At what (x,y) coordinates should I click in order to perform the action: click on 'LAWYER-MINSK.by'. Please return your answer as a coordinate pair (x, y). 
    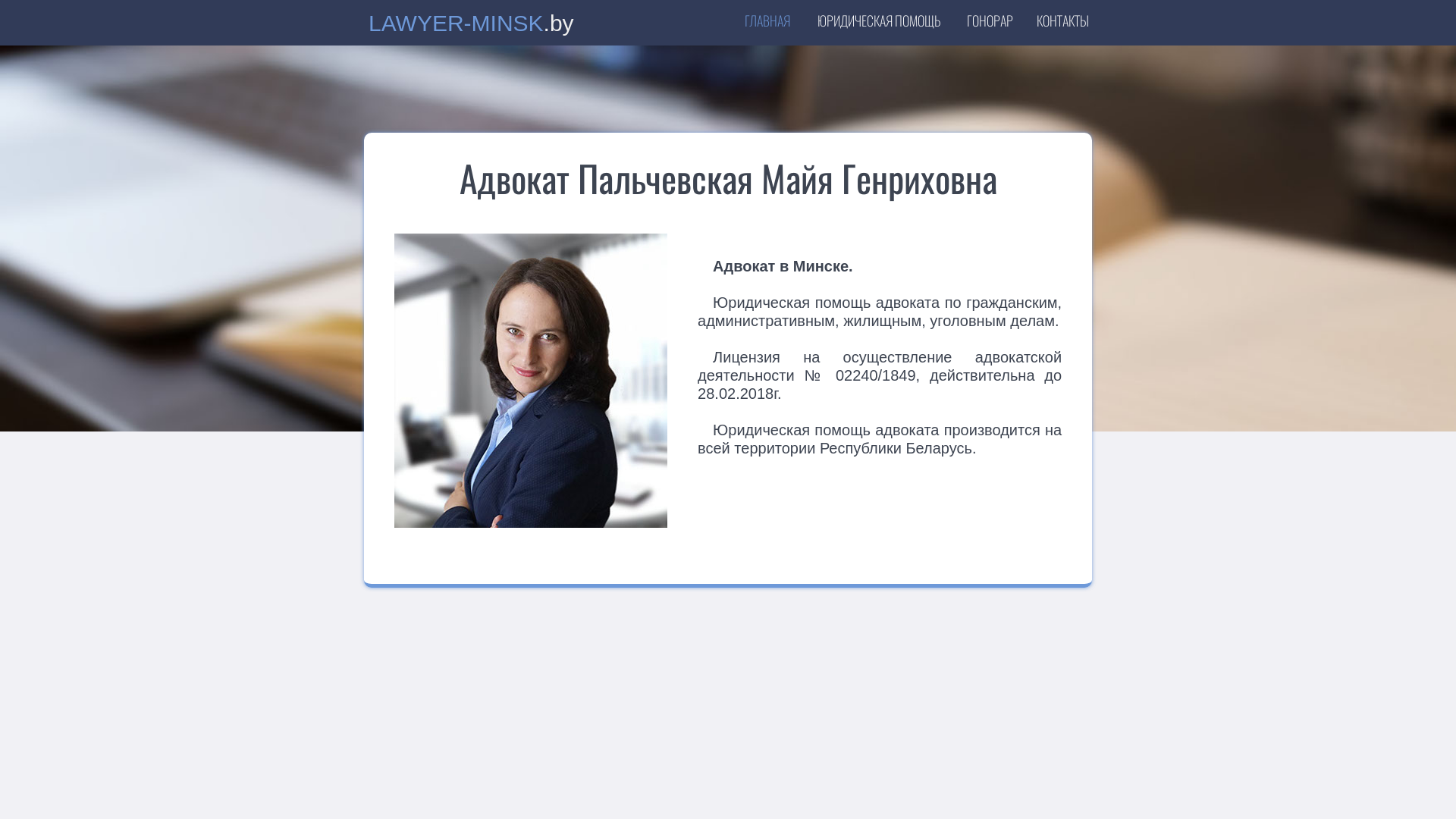
    Looking at the image, I should click on (473, 26).